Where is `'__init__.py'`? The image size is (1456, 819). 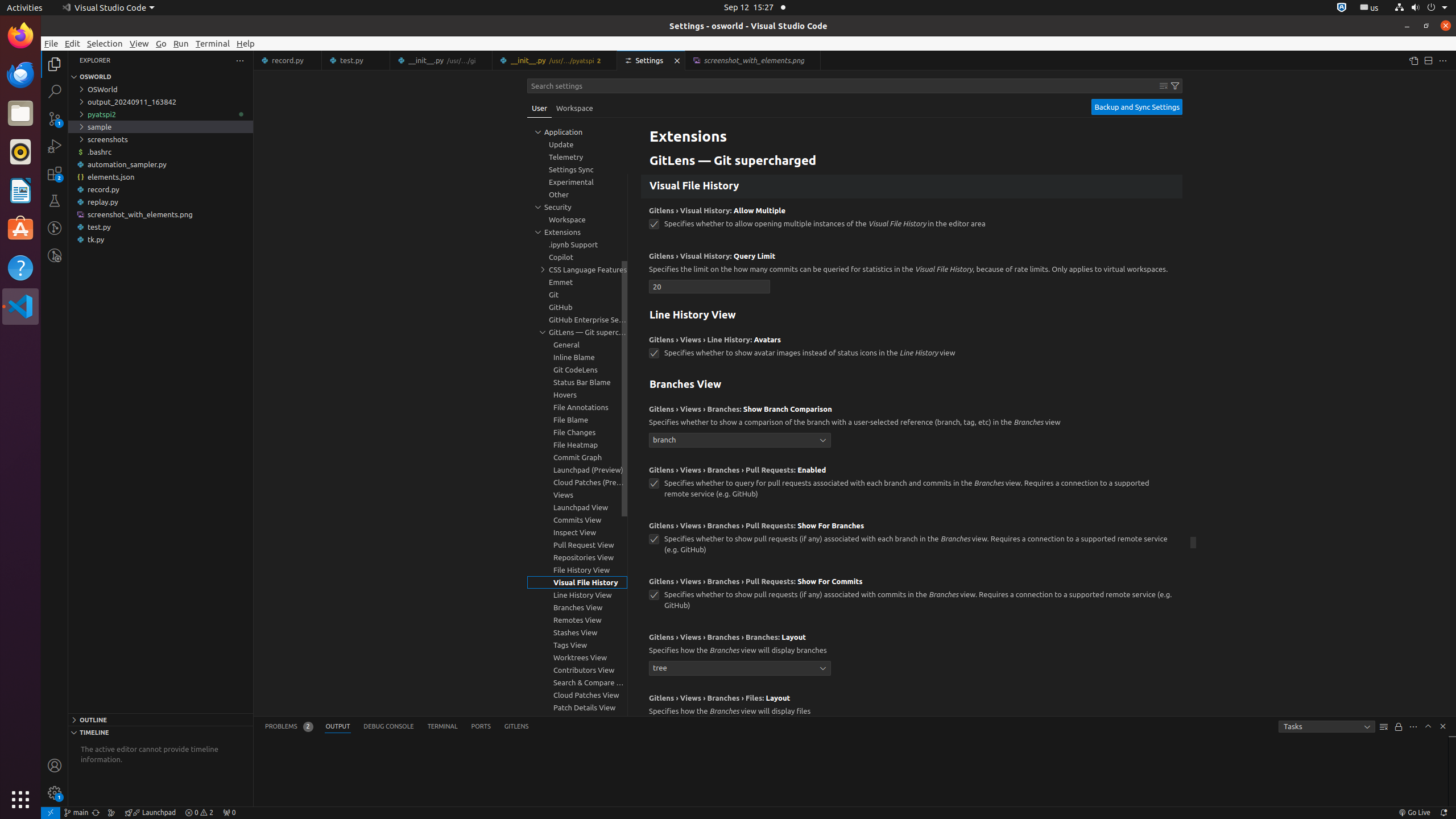 '__init__.py' is located at coordinates (554, 60).